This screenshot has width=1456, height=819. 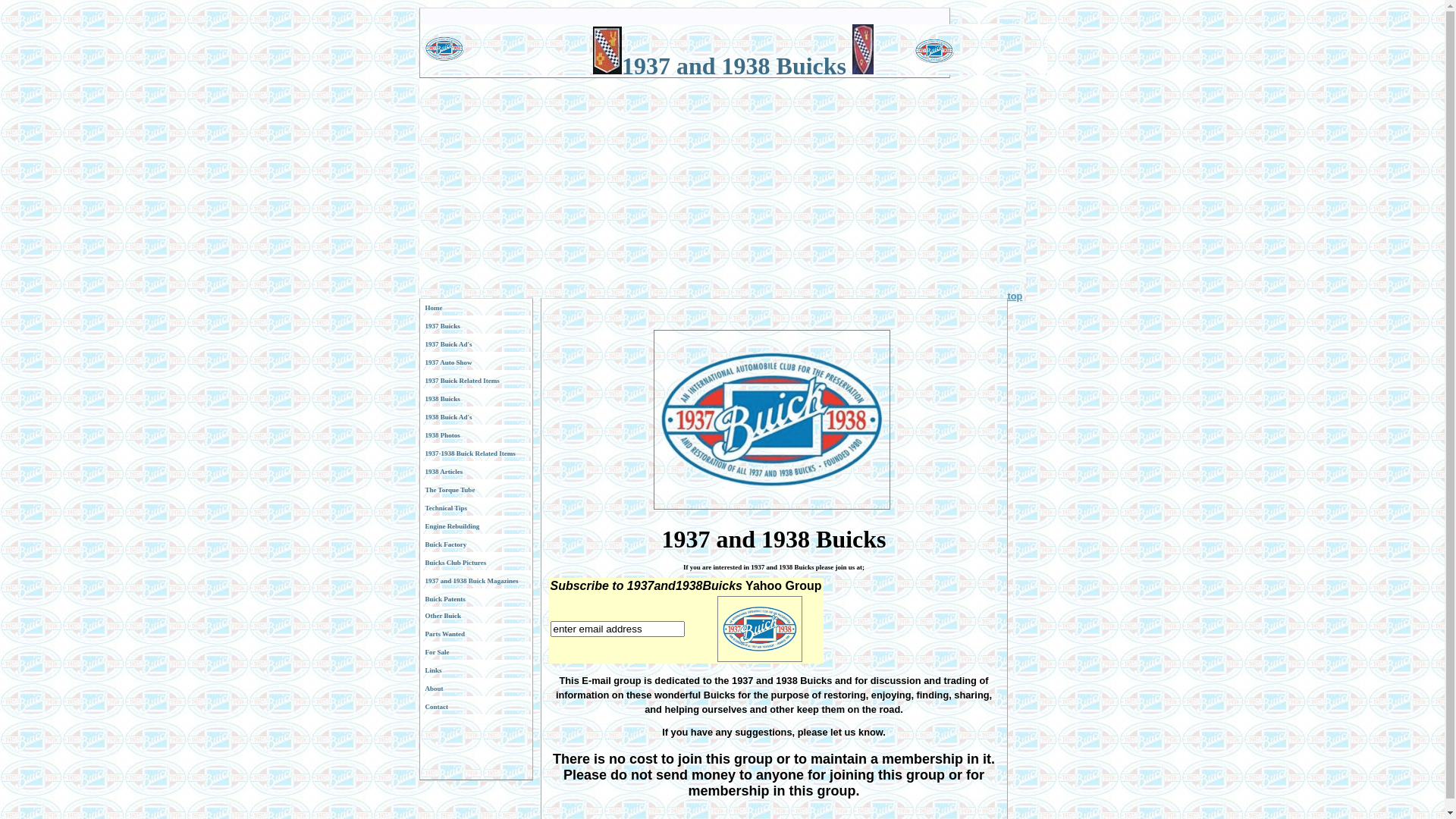 I want to click on 'Technical Tips', so click(x=475, y=508).